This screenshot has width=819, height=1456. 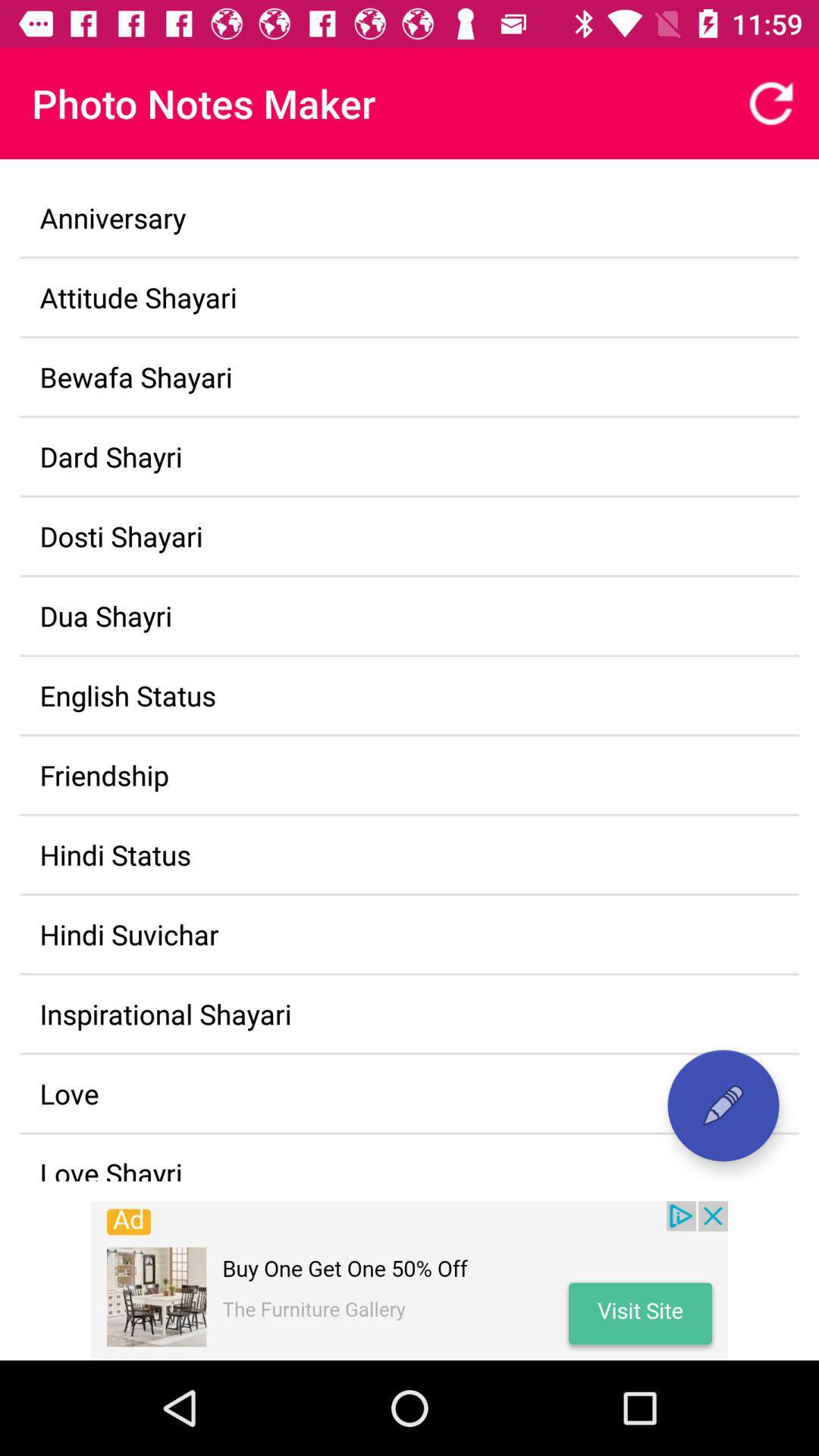 I want to click on advertisement button, so click(x=409, y=1280).